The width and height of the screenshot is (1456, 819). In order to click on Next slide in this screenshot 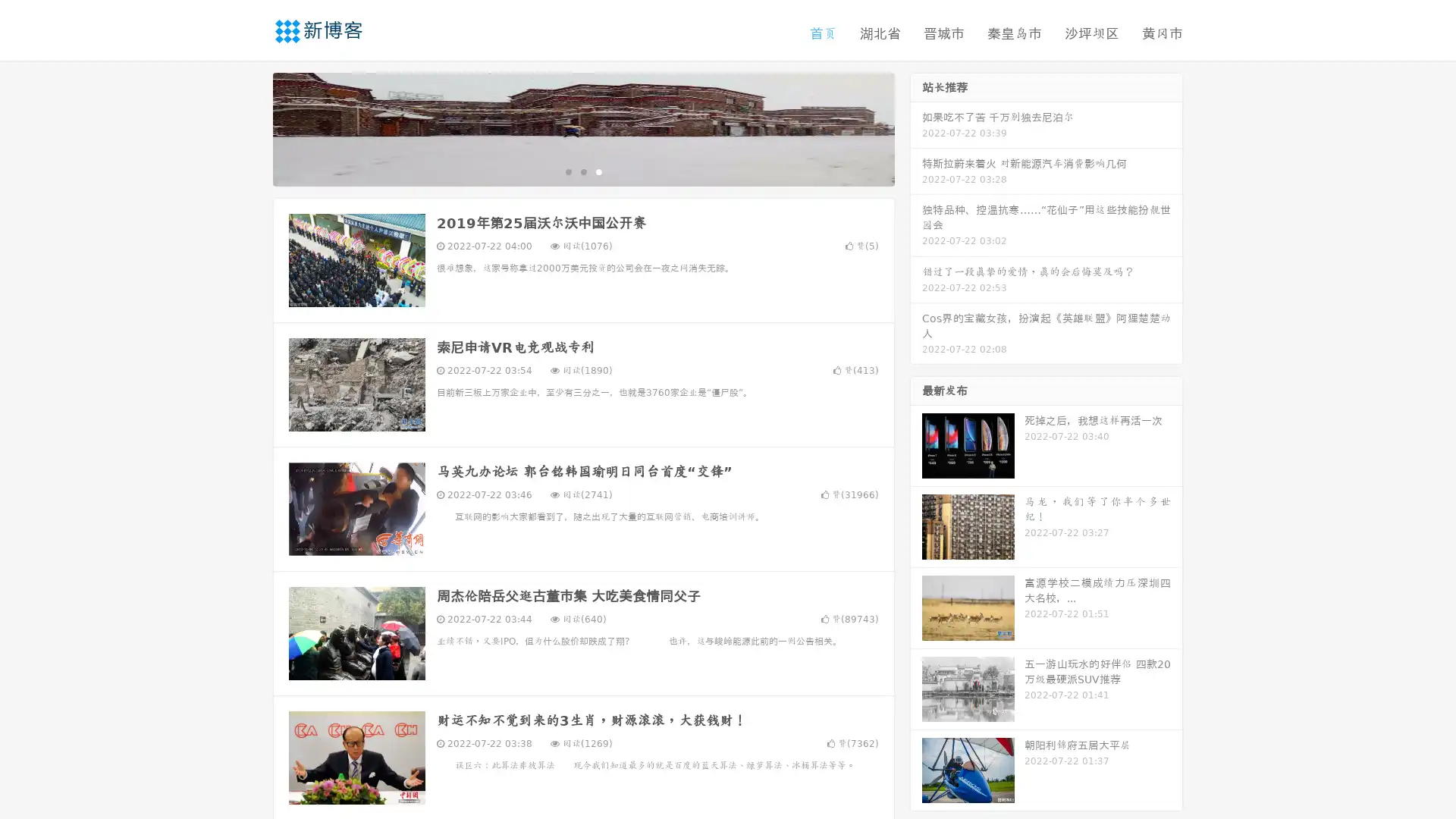, I will do `click(916, 127)`.